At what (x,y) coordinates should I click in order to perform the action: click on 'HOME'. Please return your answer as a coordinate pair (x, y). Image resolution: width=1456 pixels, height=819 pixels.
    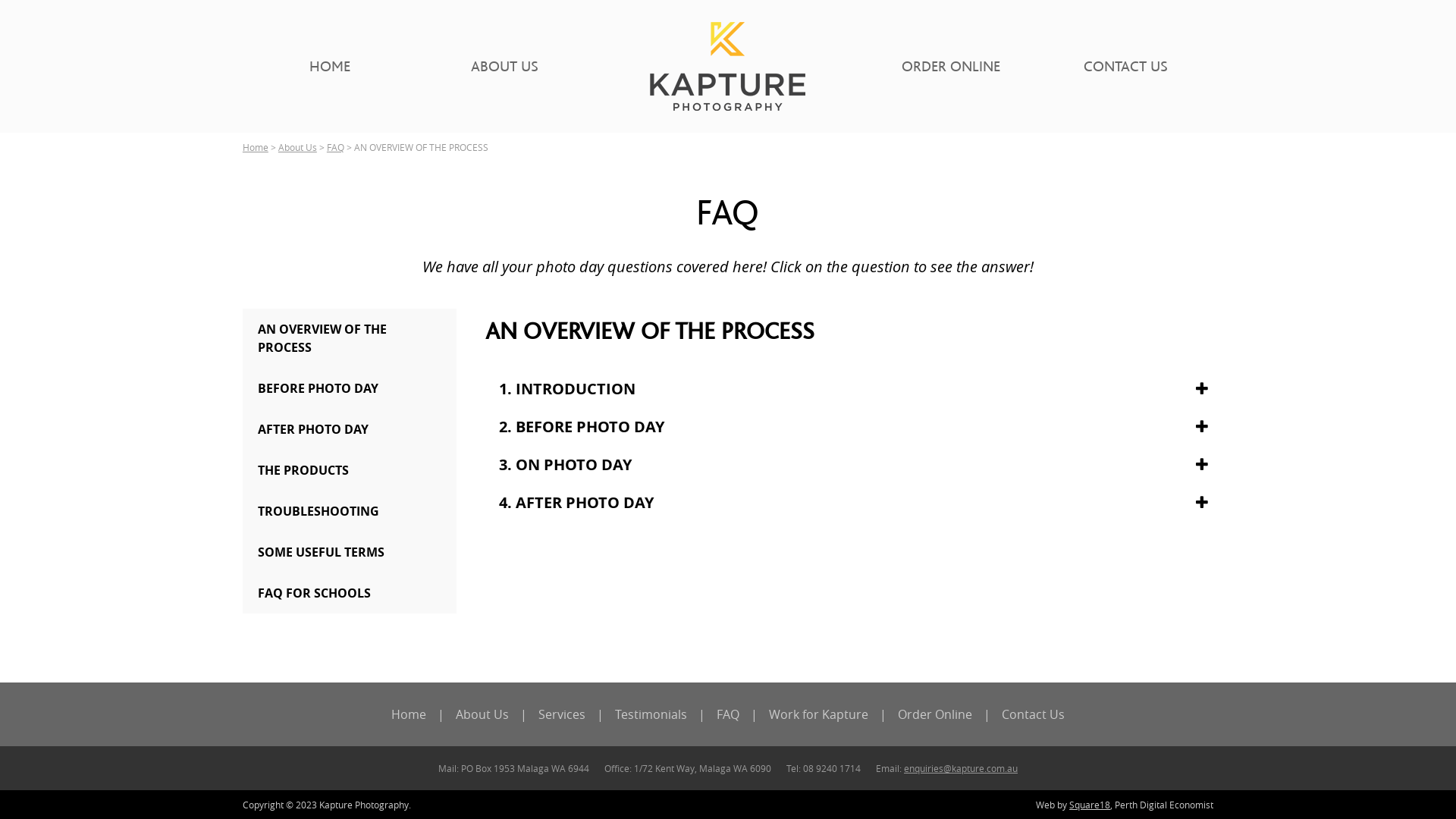
    Looking at the image, I should click on (329, 65).